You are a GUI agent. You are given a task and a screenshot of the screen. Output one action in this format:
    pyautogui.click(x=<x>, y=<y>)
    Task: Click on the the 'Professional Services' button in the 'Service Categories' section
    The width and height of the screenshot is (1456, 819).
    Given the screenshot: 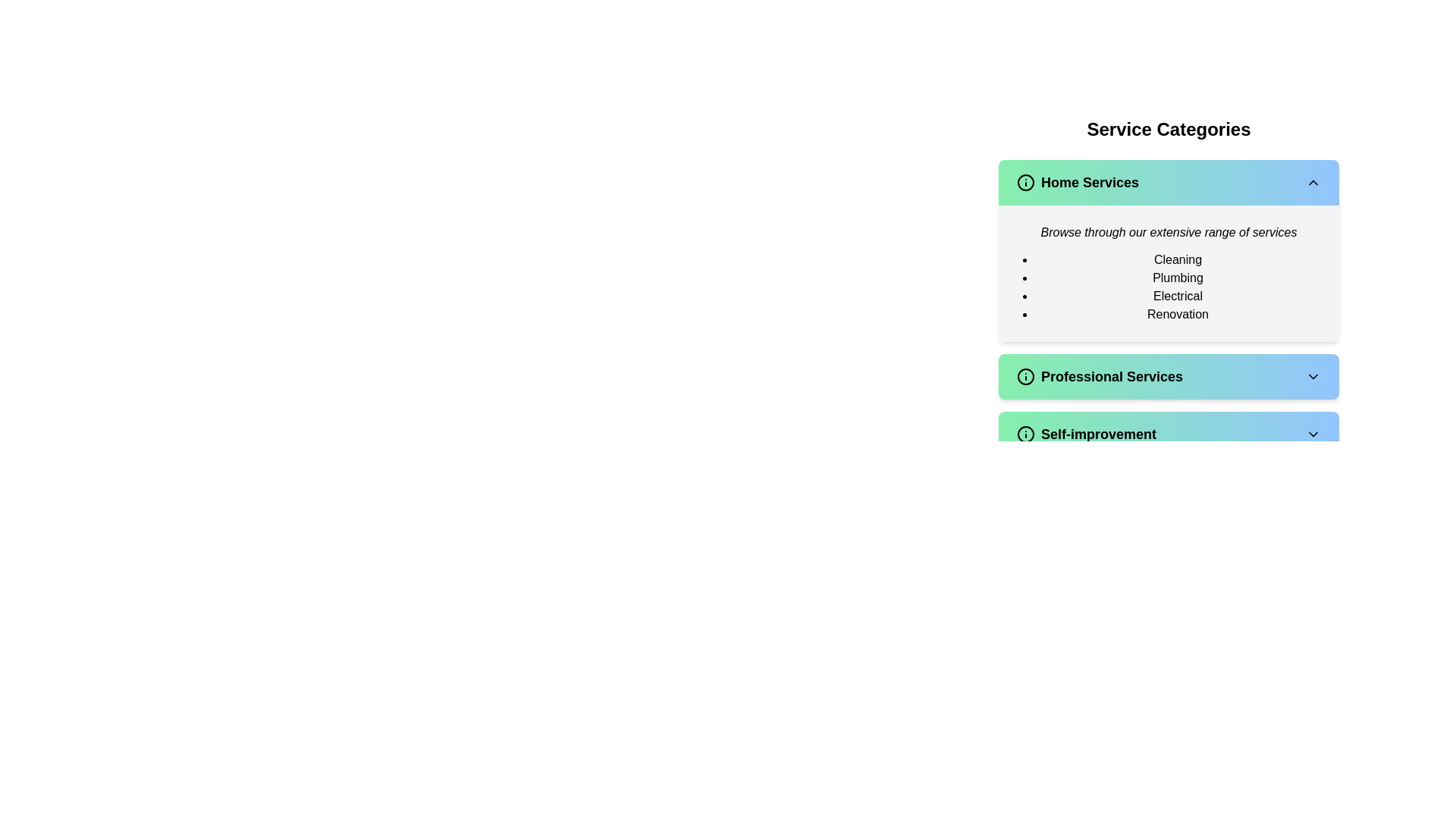 What is the action you would take?
    pyautogui.click(x=1168, y=376)
    